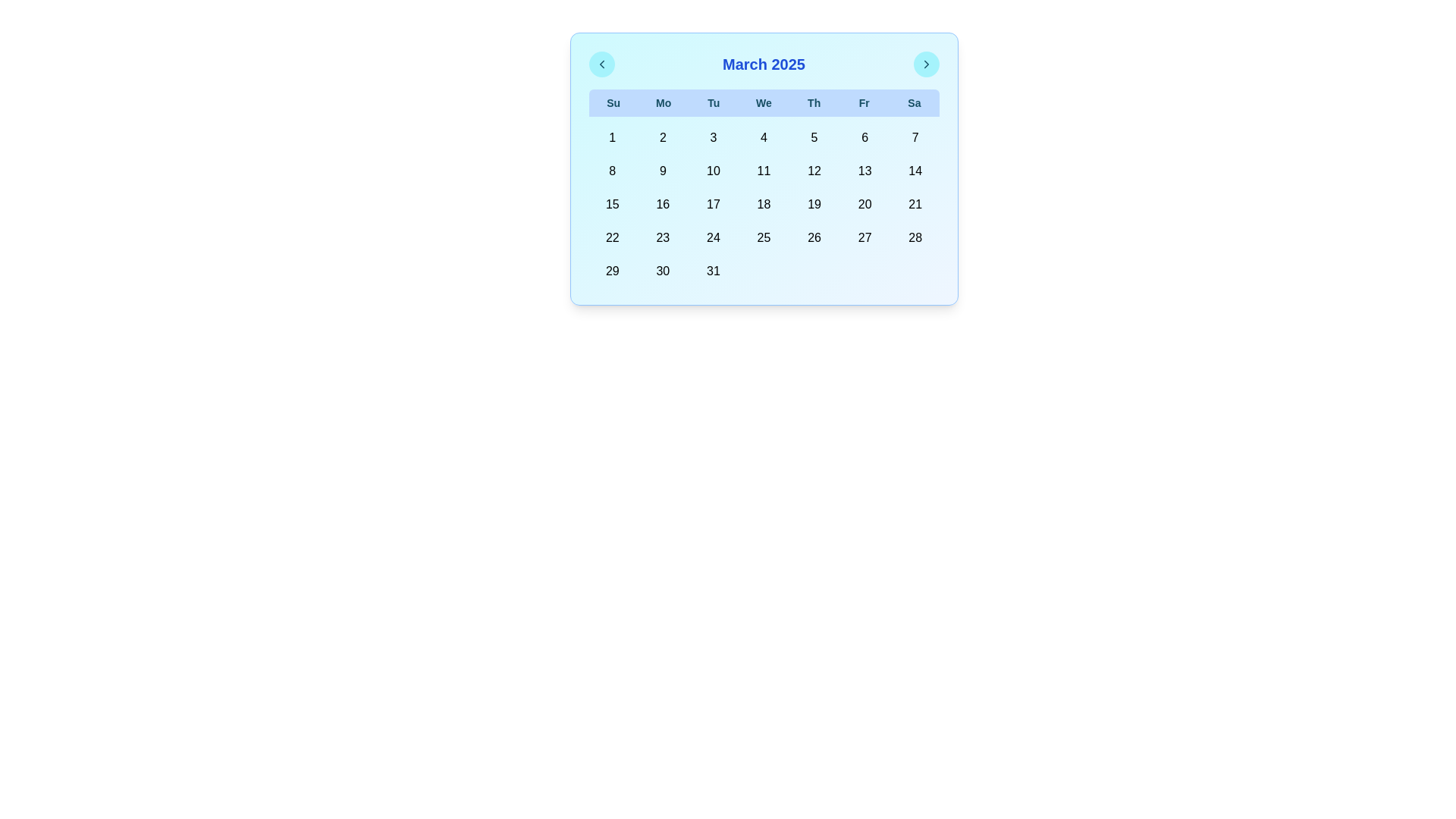  Describe the element at coordinates (612, 237) in the screenshot. I see `the rectangular button labeled '22' in the fourth row and first column of the March 2025 calendar grid` at that location.